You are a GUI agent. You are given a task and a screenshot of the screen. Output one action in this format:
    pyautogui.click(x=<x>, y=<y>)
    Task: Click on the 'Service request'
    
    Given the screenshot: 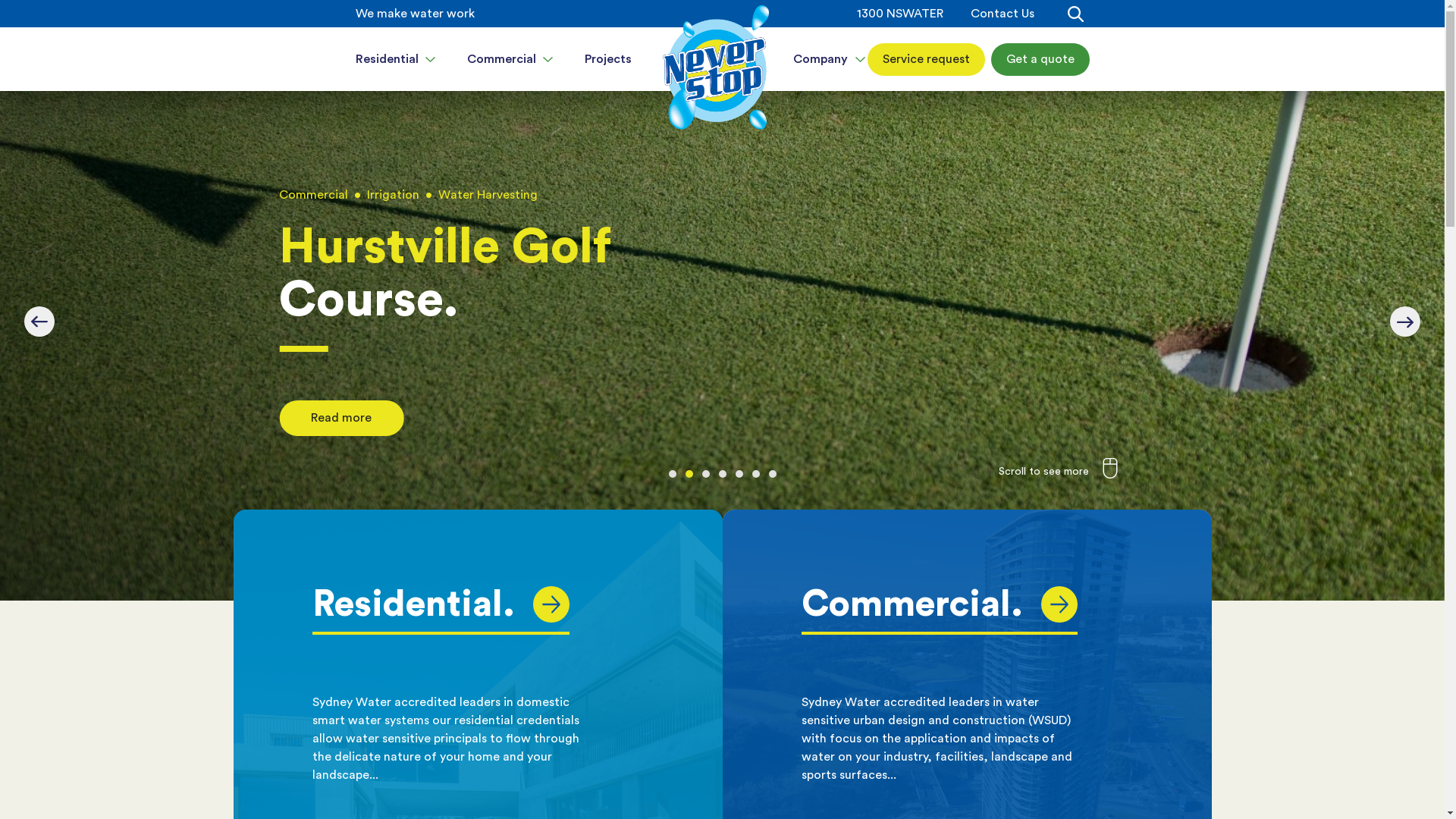 What is the action you would take?
    pyautogui.click(x=925, y=58)
    